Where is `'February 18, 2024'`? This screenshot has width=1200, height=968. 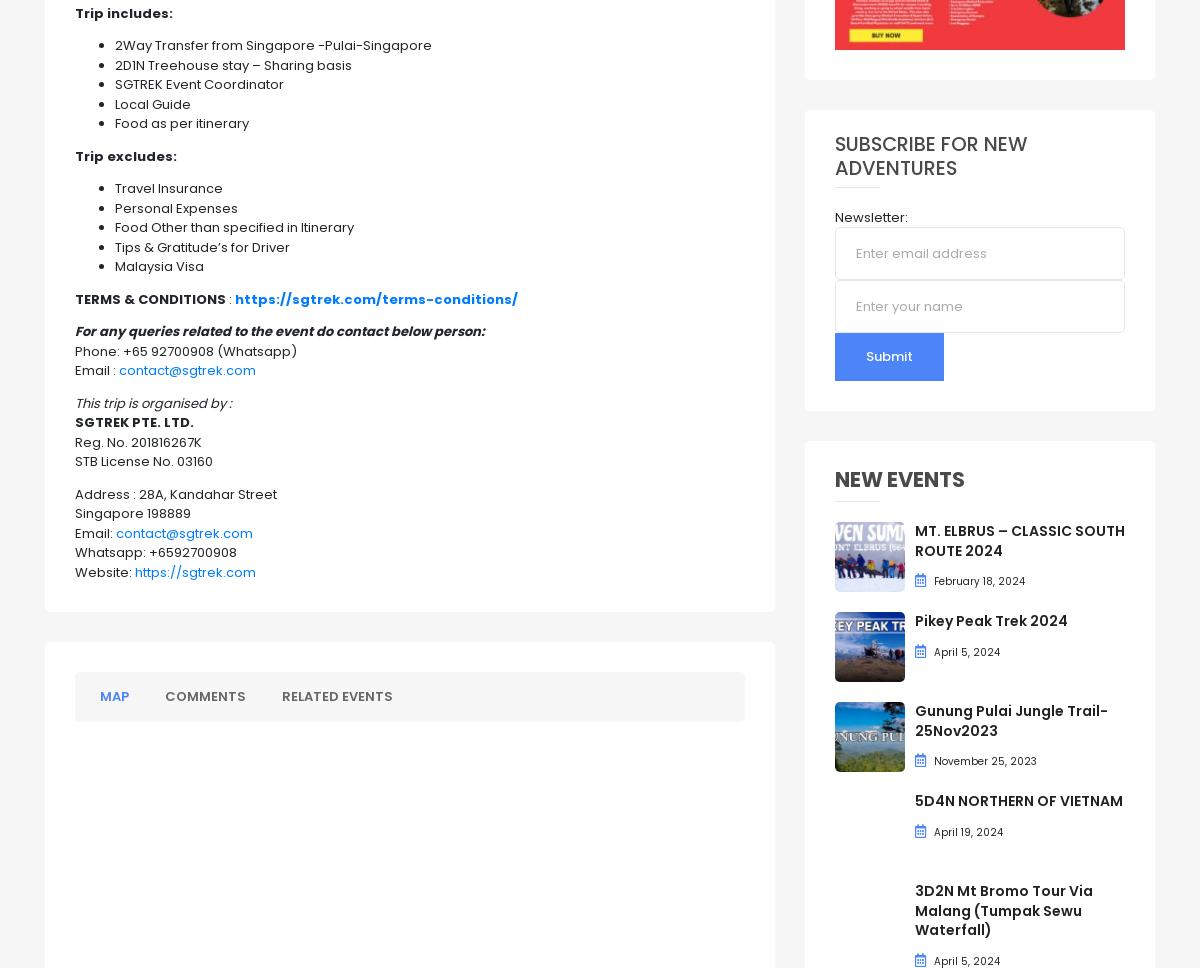 'February 18, 2024' is located at coordinates (979, 581).